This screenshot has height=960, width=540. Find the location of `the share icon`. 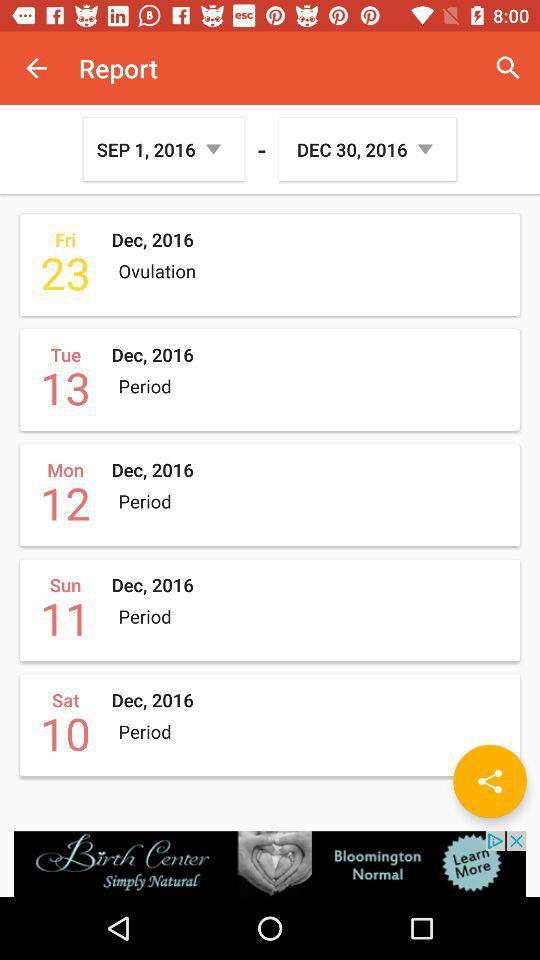

the share icon is located at coordinates (489, 781).